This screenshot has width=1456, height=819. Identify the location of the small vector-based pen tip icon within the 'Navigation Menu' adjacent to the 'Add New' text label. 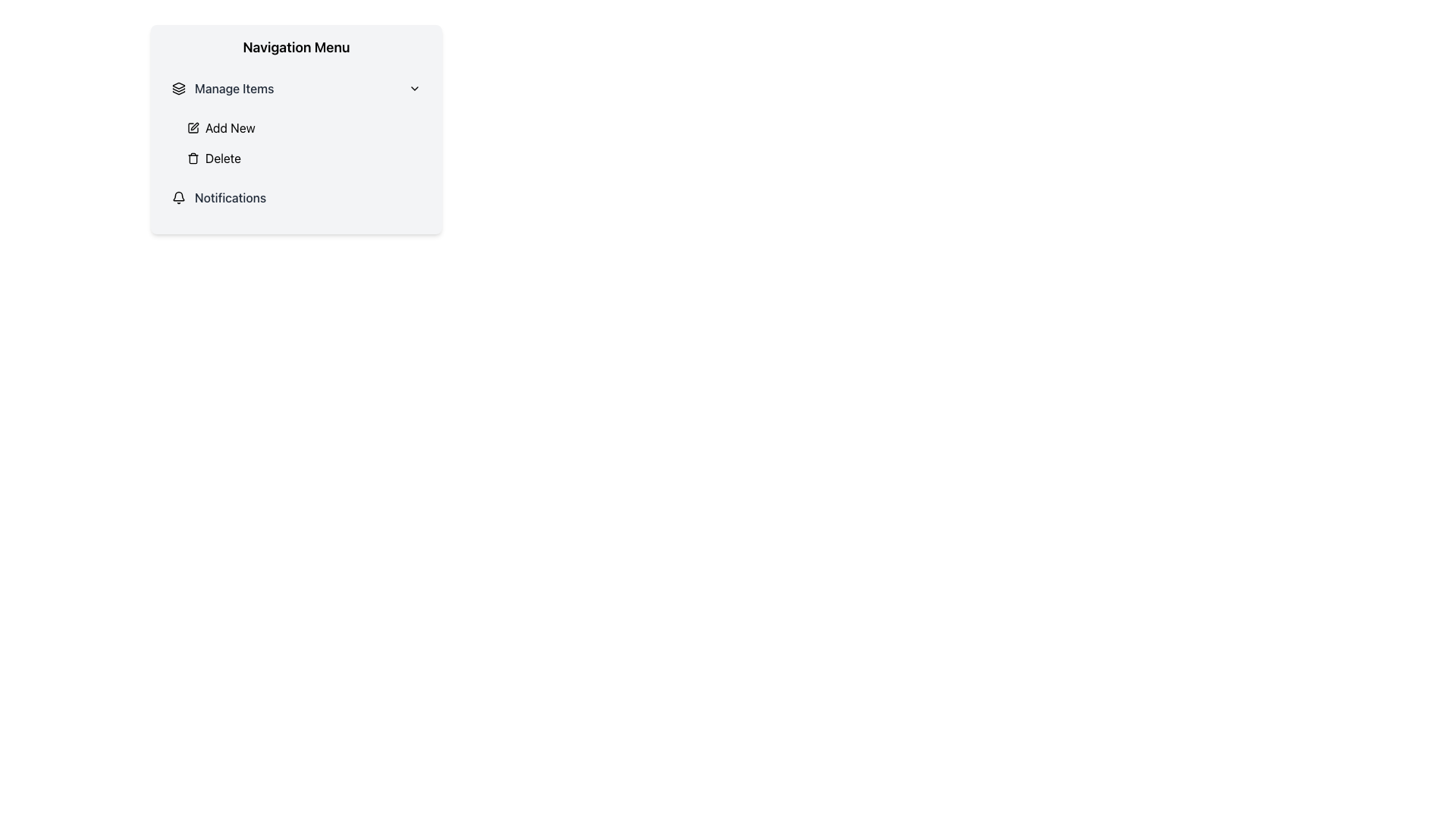
(194, 125).